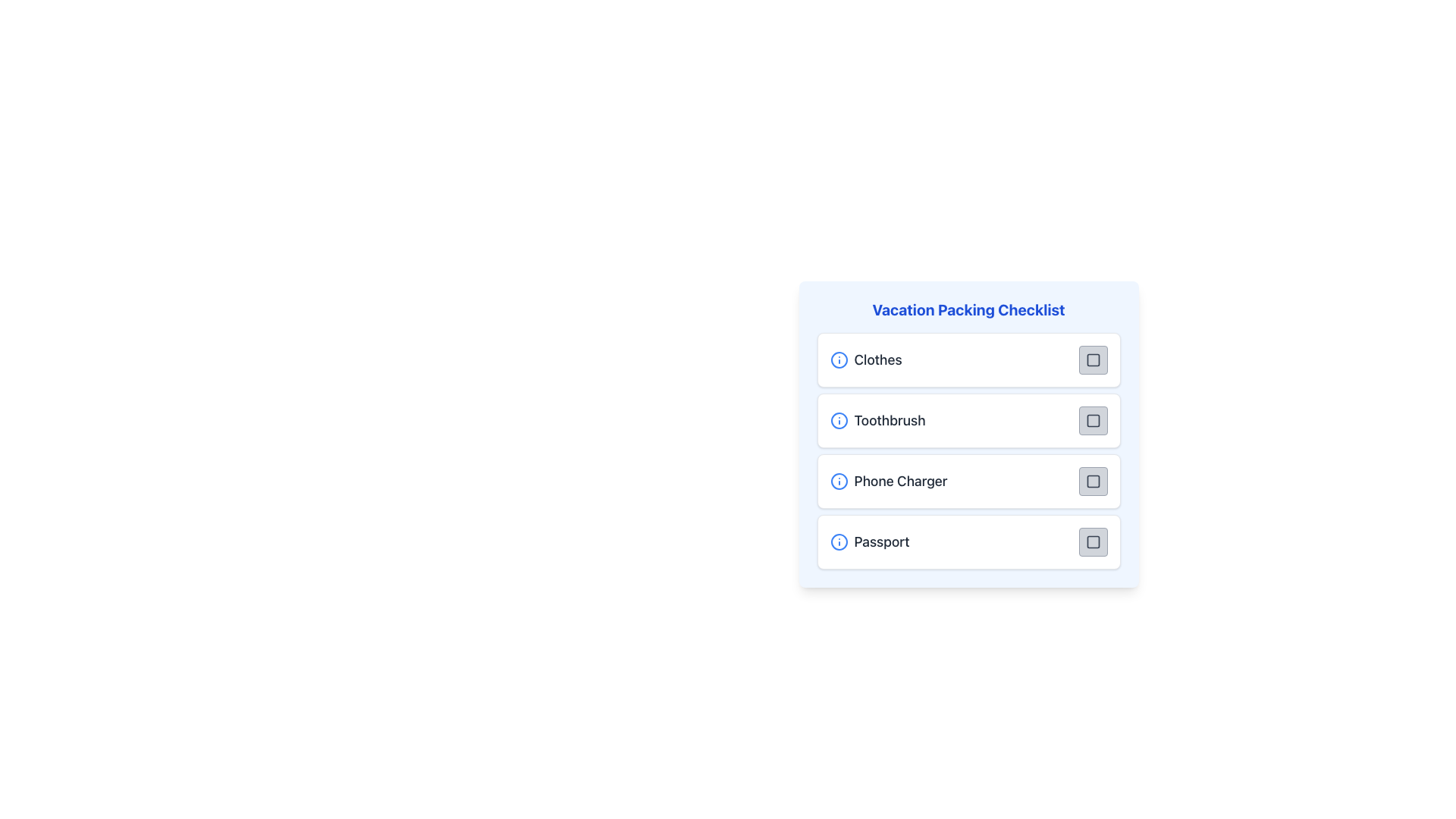  What do you see at coordinates (838, 421) in the screenshot?
I see `decorative informational icon associated with the label 'Toothbrush' in the 'Vacation Packing Checklist' to gather additional details` at bounding box center [838, 421].